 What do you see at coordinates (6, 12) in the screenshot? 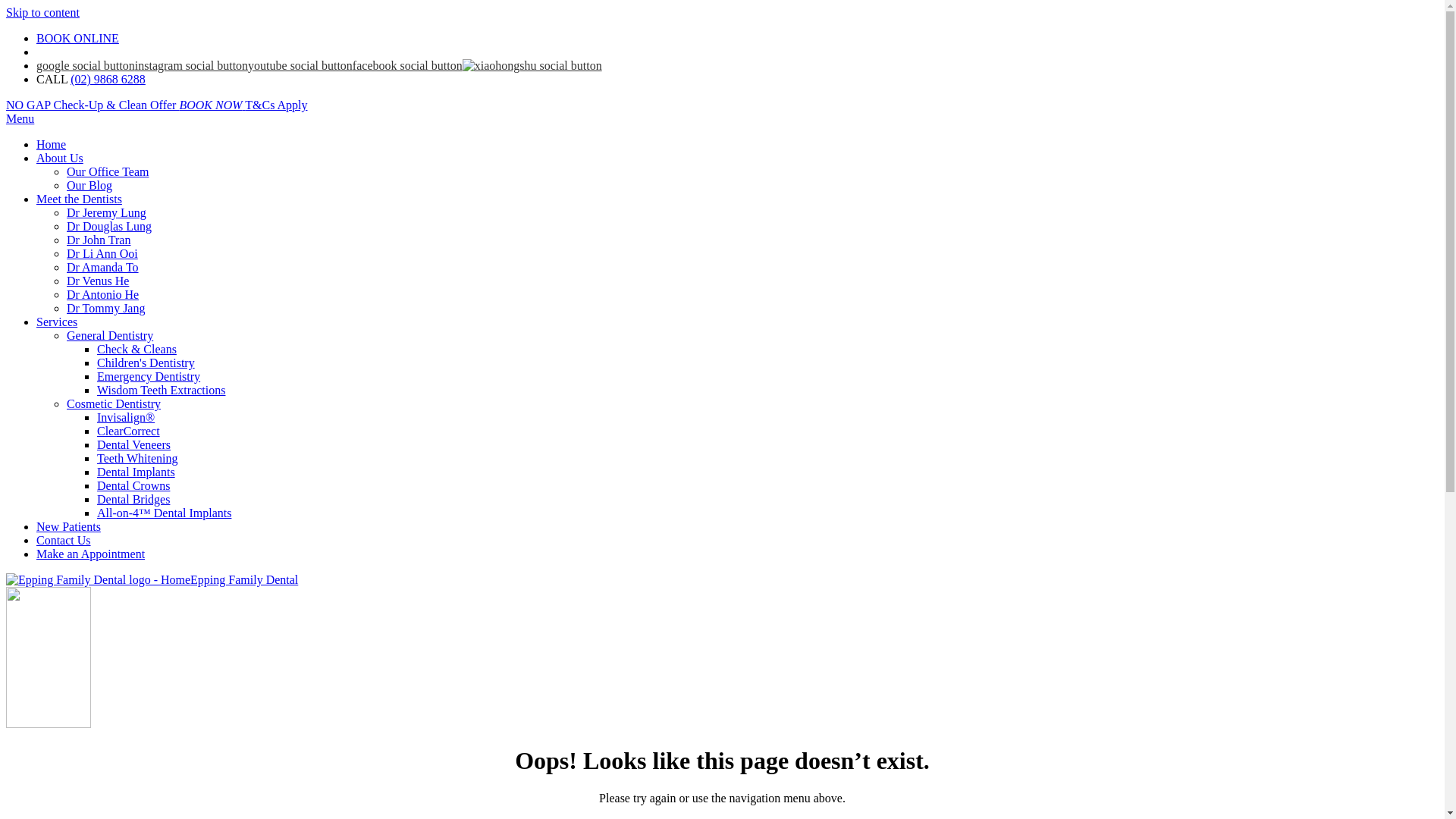
I see `'Skip to content'` at bounding box center [6, 12].